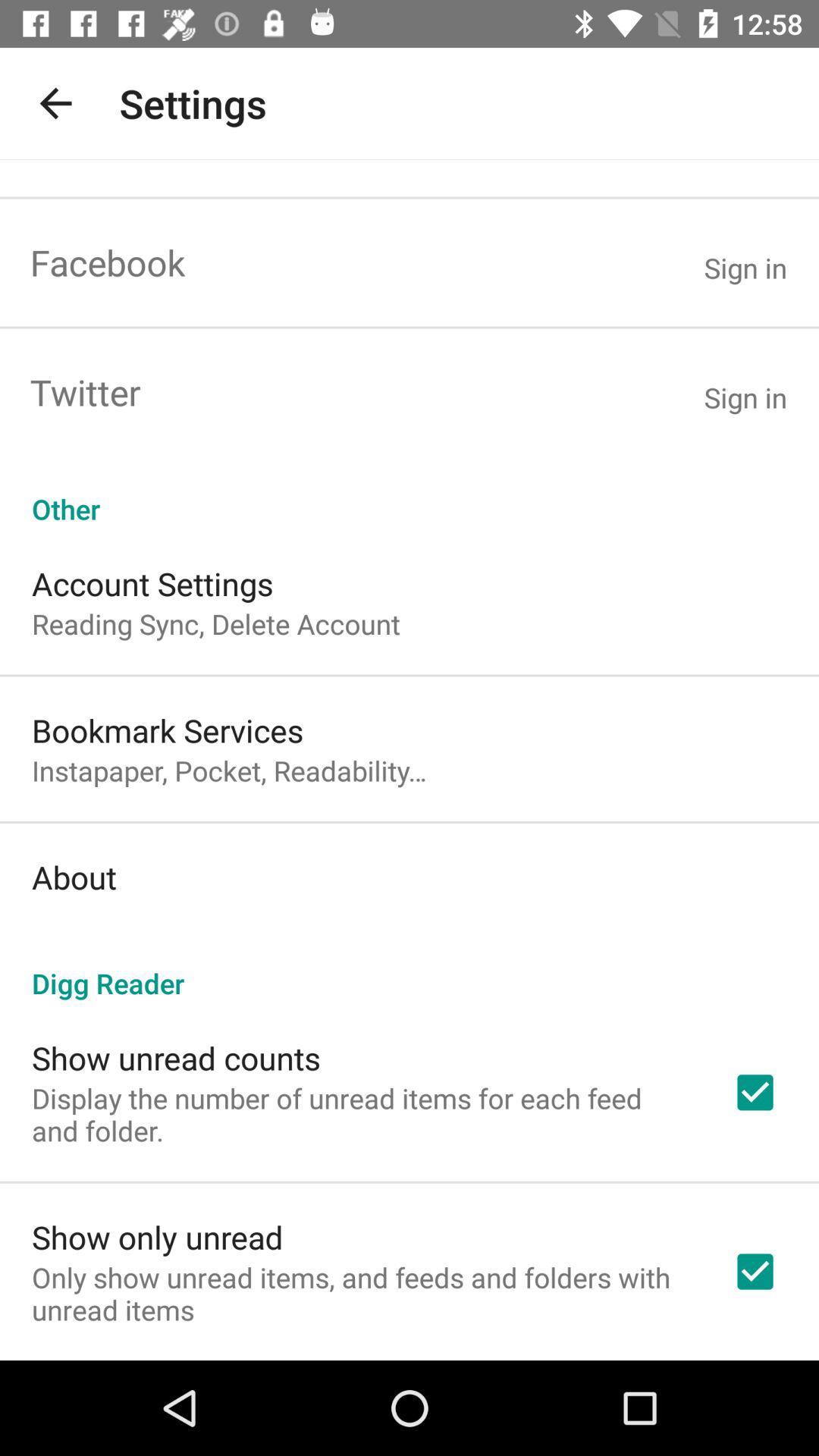  What do you see at coordinates (85, 392) in the screenshot?
I see `twitter icon` at bounding box center [85, 392].